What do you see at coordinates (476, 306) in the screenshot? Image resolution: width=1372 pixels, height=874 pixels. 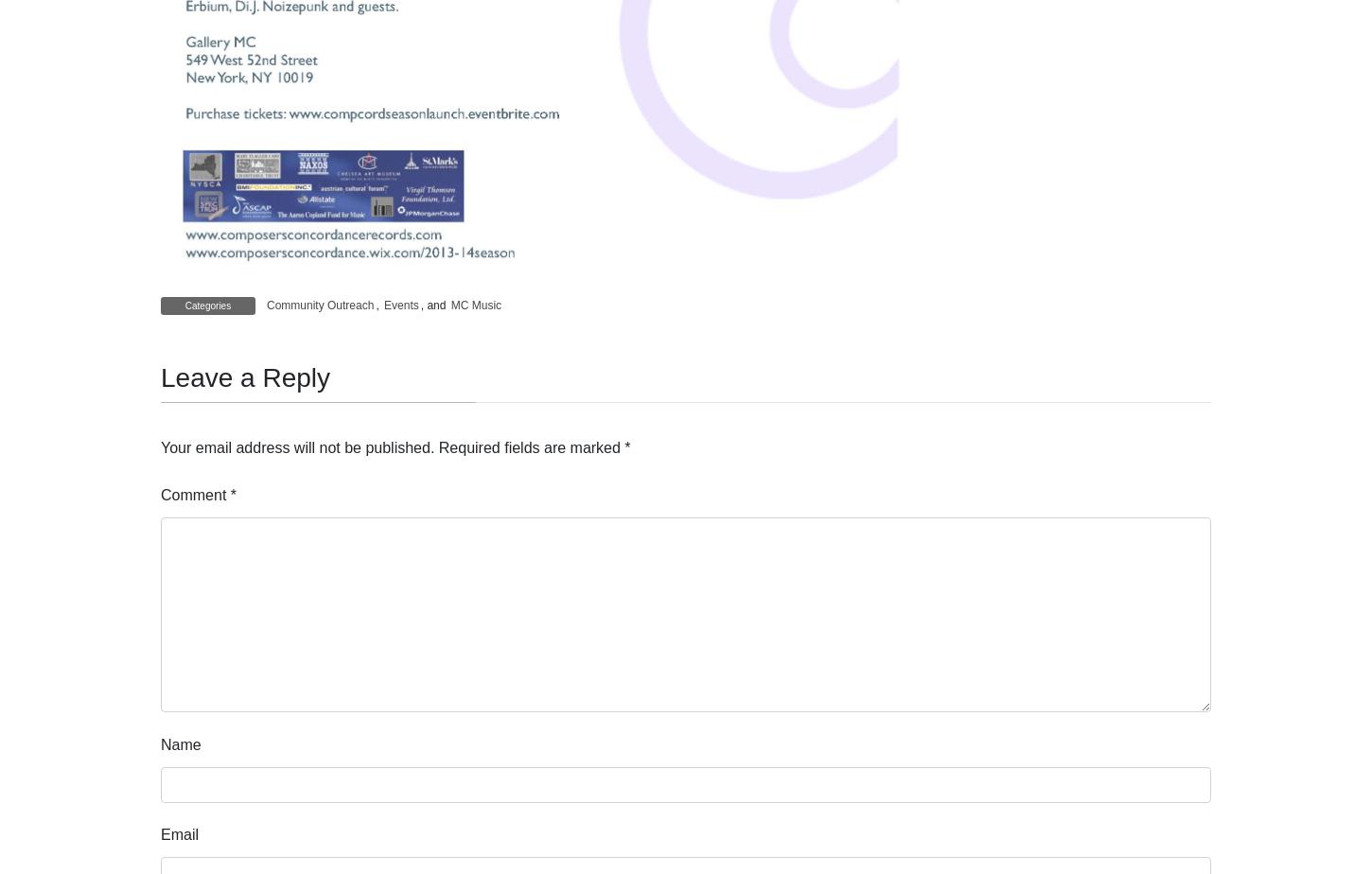 I see `'MC Music'` at bounding box center [476, 306].